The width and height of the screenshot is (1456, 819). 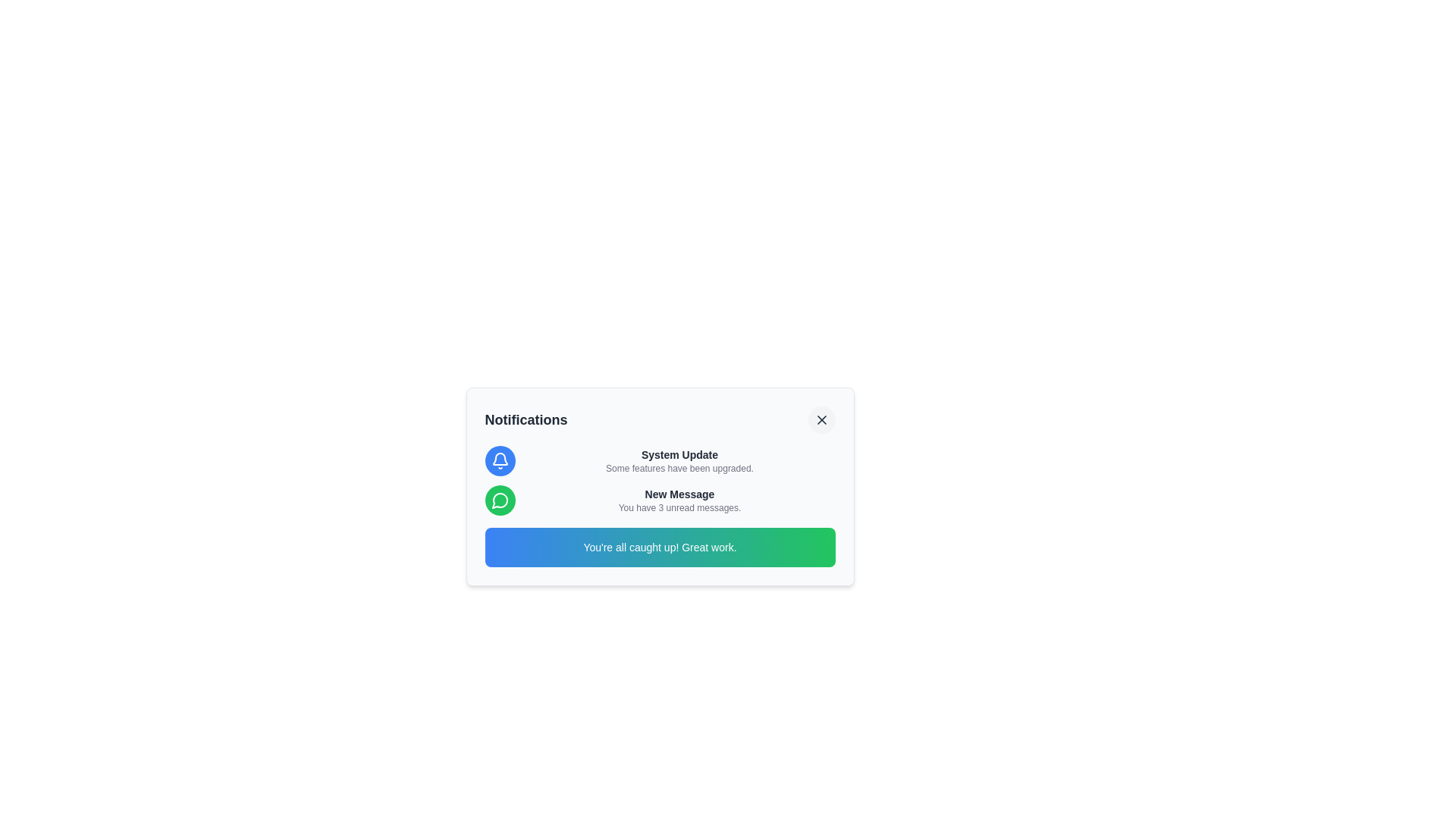 What do you see at coordinates (679, 467) in the screenshot?
I see `textual notification that states 'Some features have been upgraded.', which is styled in a small gray font and positioned below the 'System Update' label in the notifications section` at bounding box center [679, 467].